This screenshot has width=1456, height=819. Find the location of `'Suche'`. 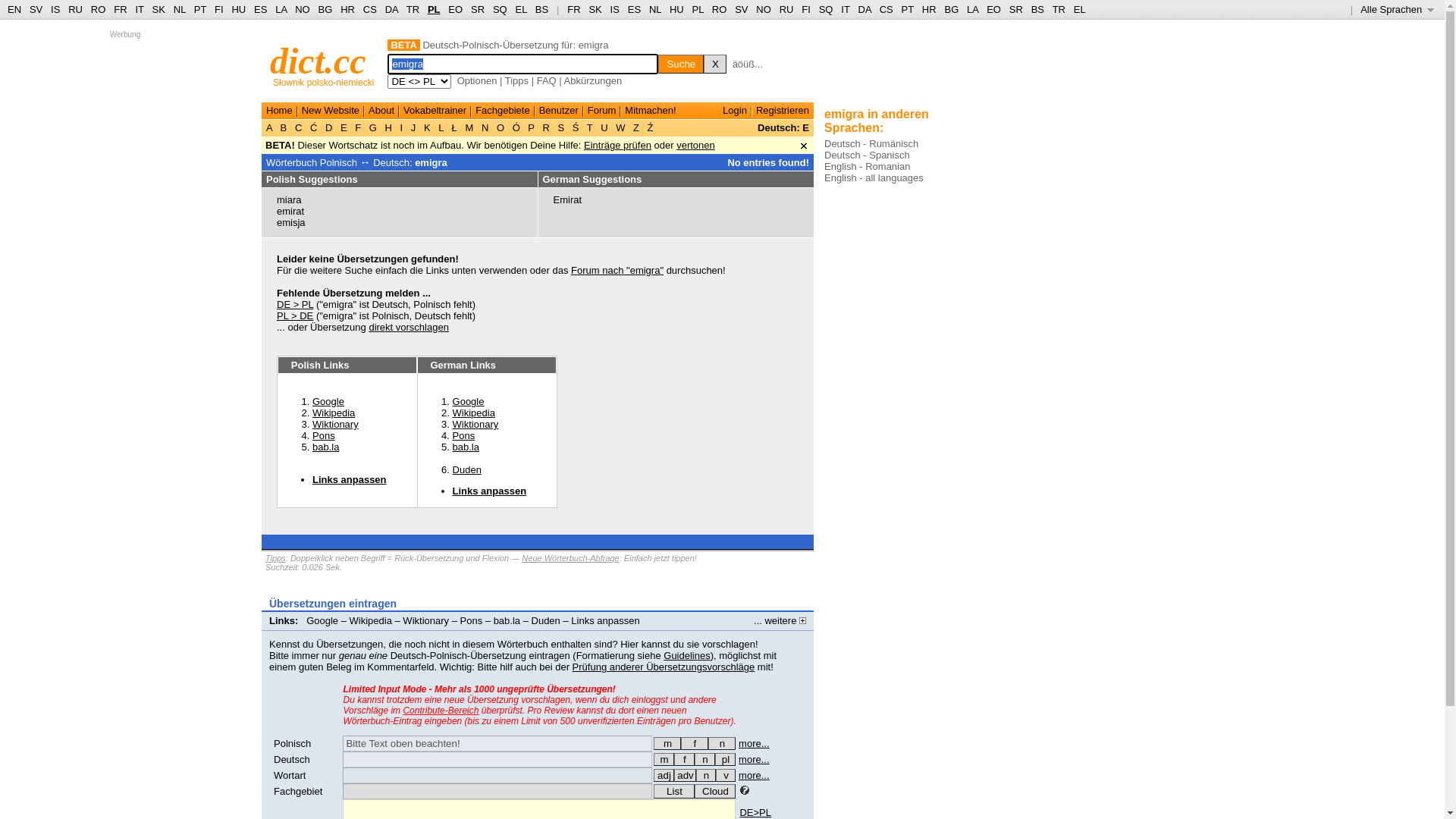

'Suche' is located at coordinates (679, 63).